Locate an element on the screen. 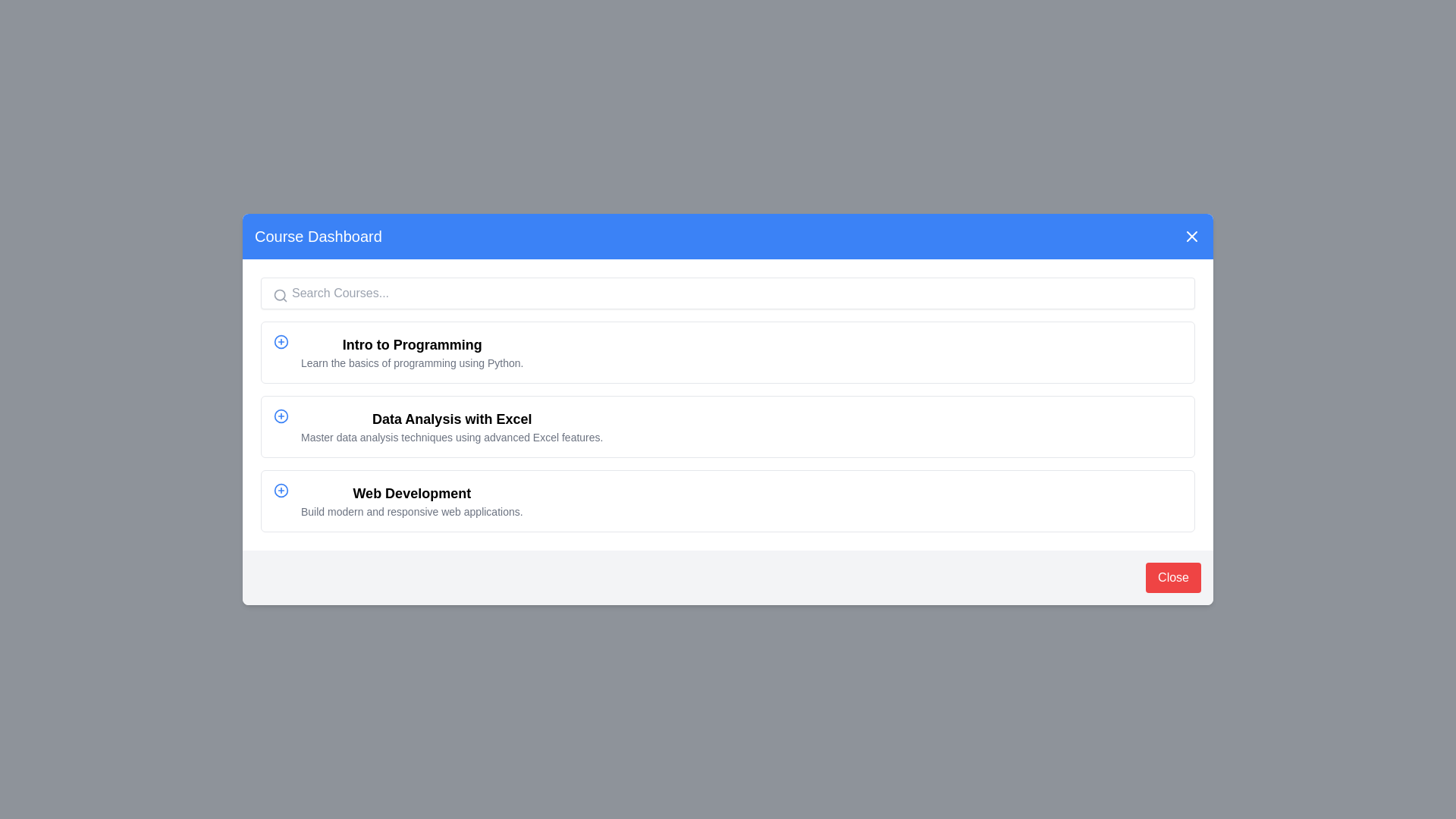 Image resolution: width=1456 pixels, height=819 pixels. the prominent red 'Close' button located in the bottom-right corner of the modal dialog is located at coordinates (1172, 578).